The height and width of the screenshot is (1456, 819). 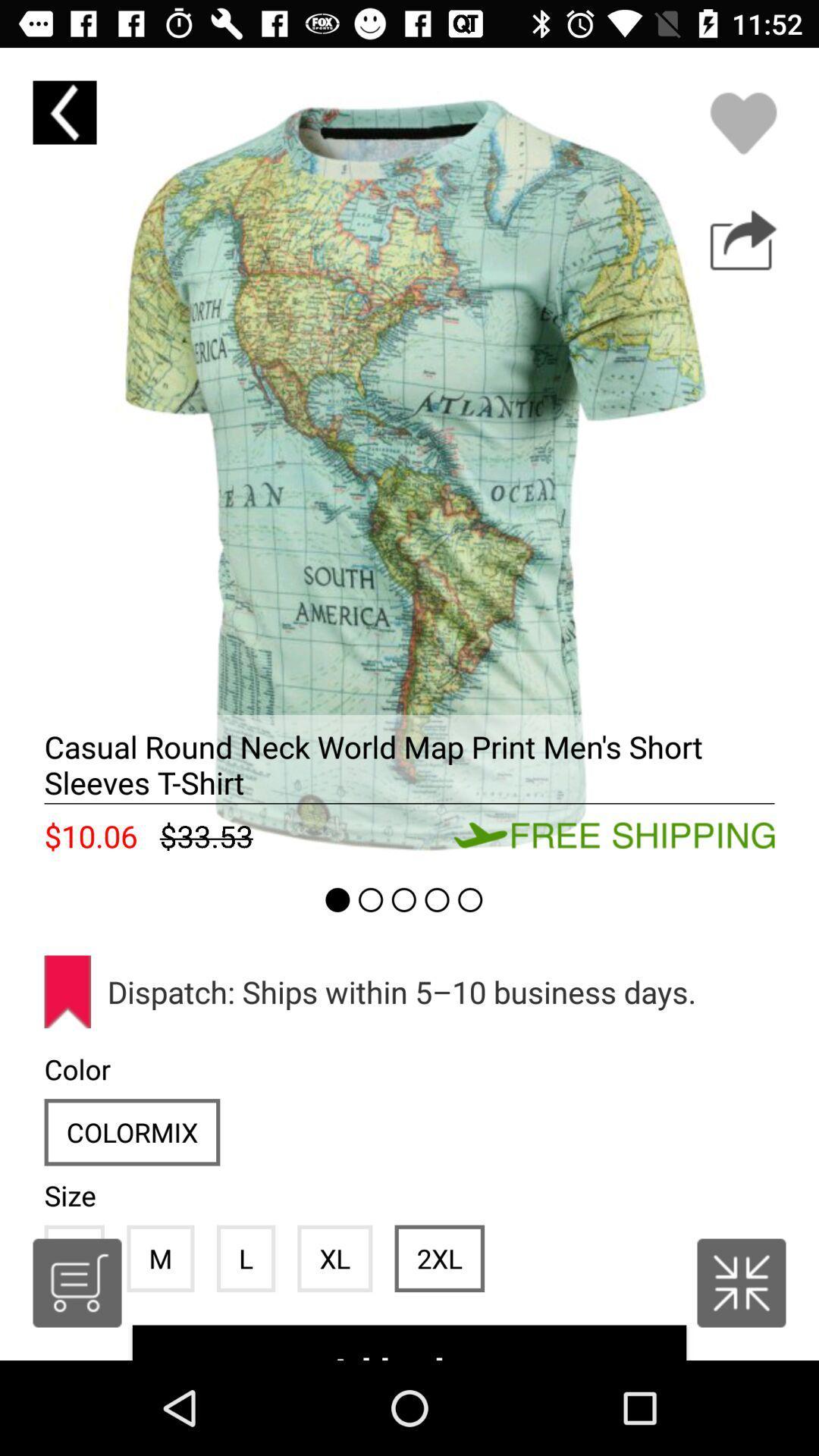 I want to click on the colormix item, so click(x=131, y=1132).